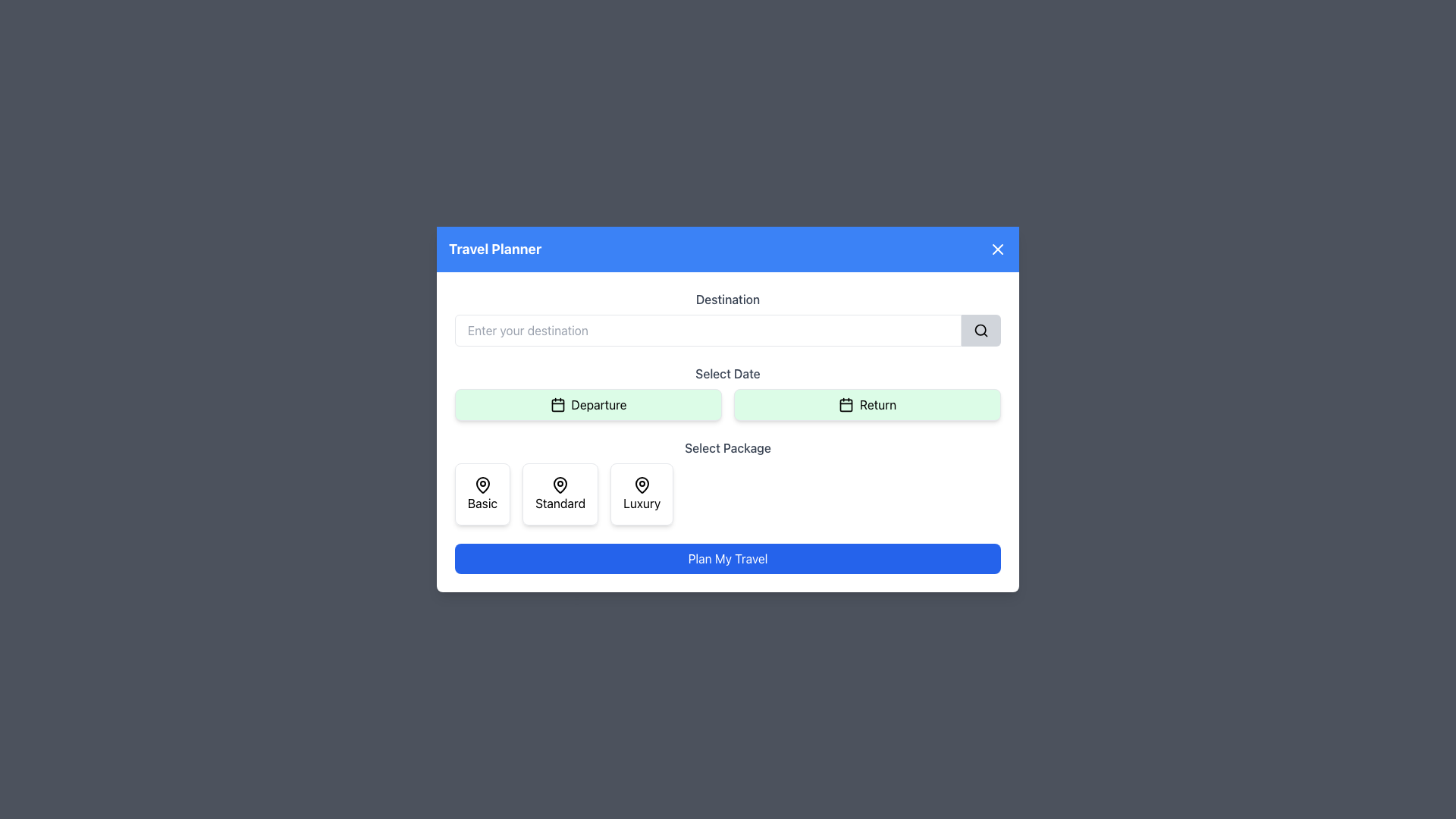 This screenshot has width=1456, height=819. I want to click on the 'Basic' package card in the 'Select Package' section, so click(482, 494).